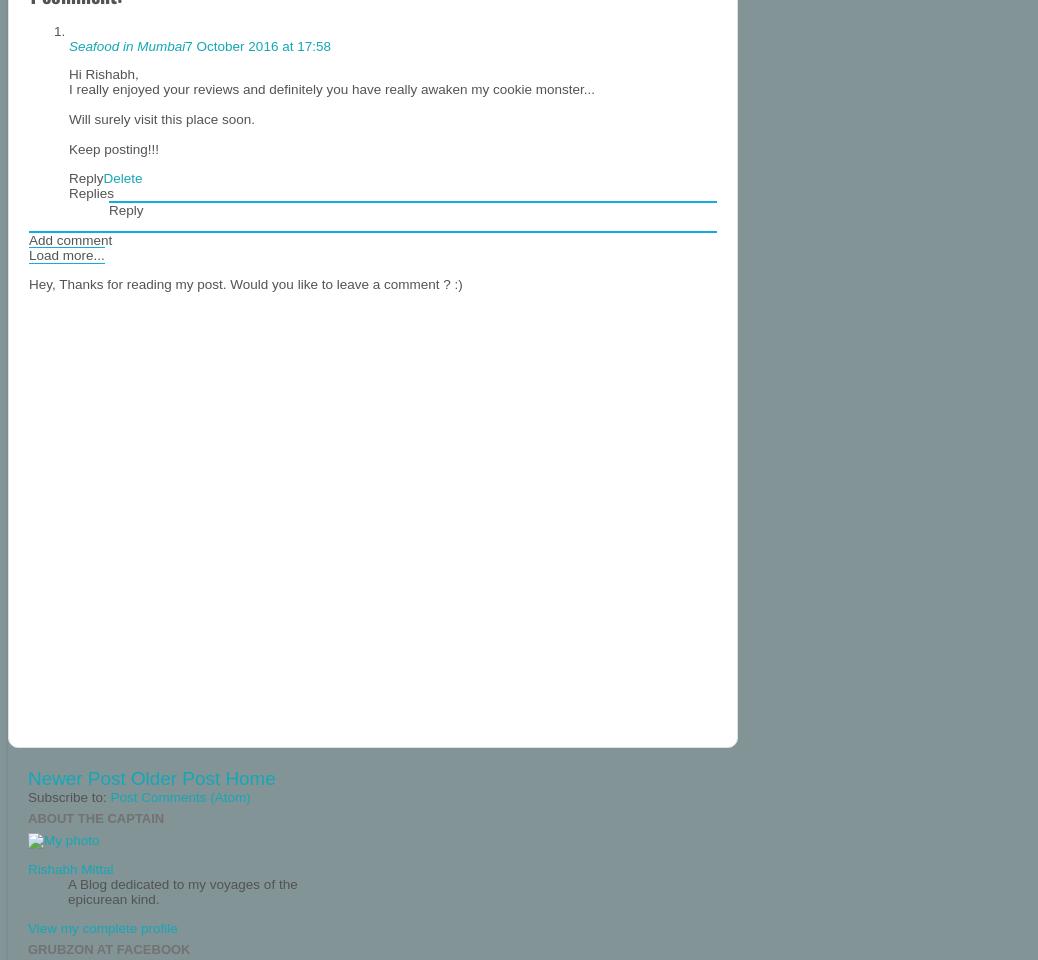  What do you see at coordinates (95, 818) in the screenshot?
I see `'About The Captain'` at bounding box center [95, 818].